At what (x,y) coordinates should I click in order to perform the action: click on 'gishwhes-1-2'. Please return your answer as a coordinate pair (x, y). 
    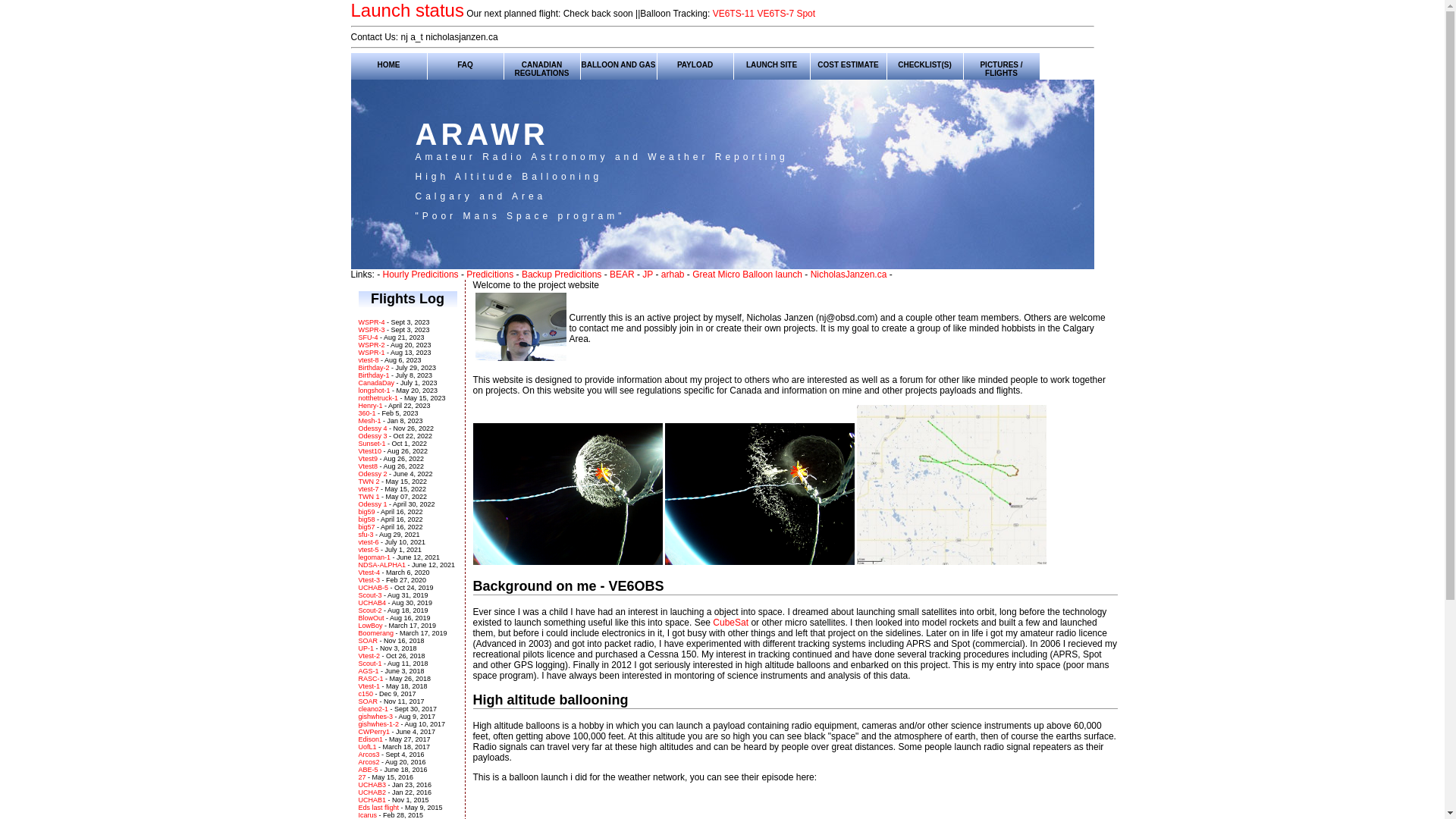
    Looking at the image, I should click on (356, 723).